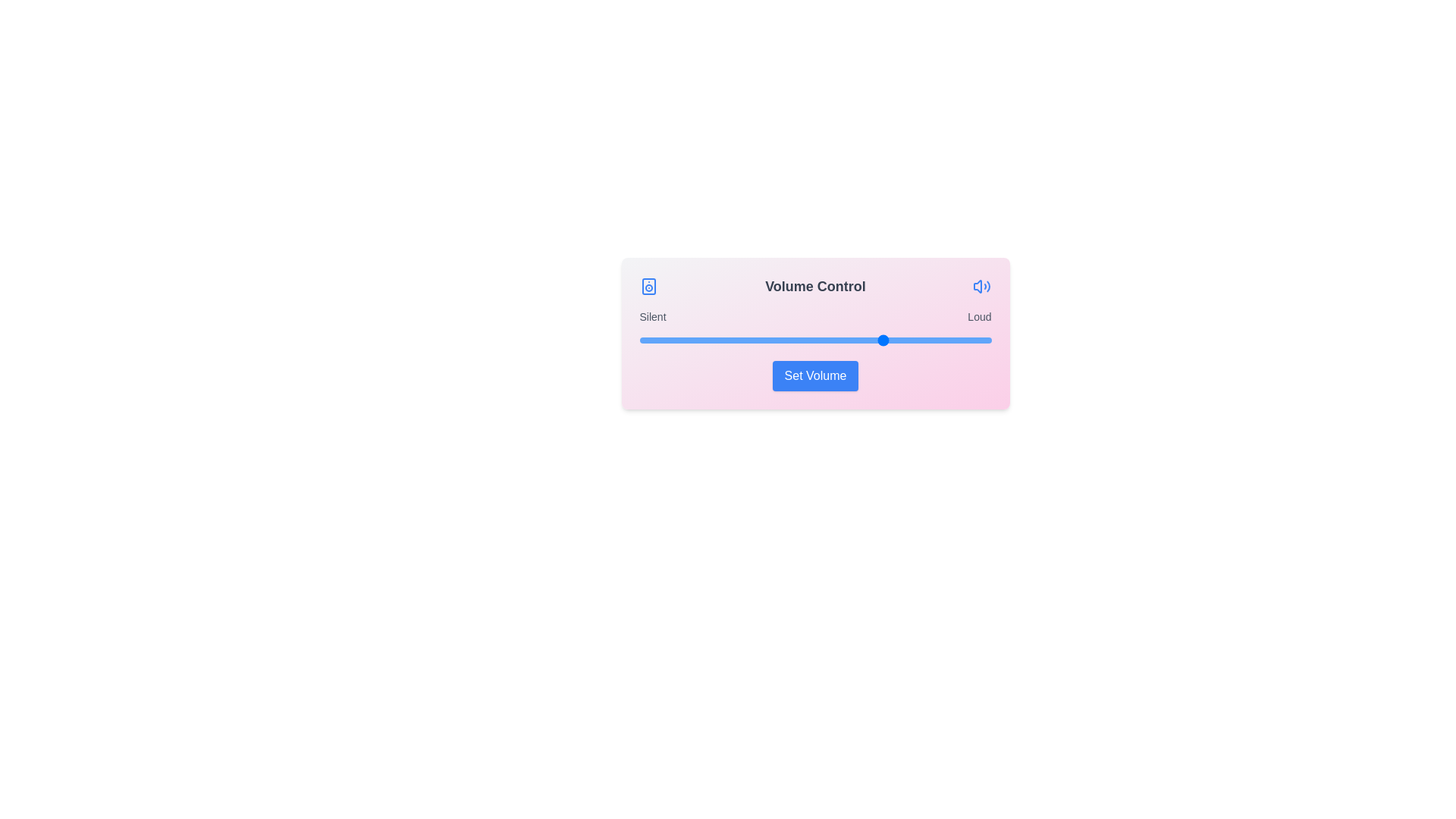 The height and width of the screenshot is (819, 1456). I want to click on the 'Set Volume' button to confirm the volume setting, so click(814, 375).